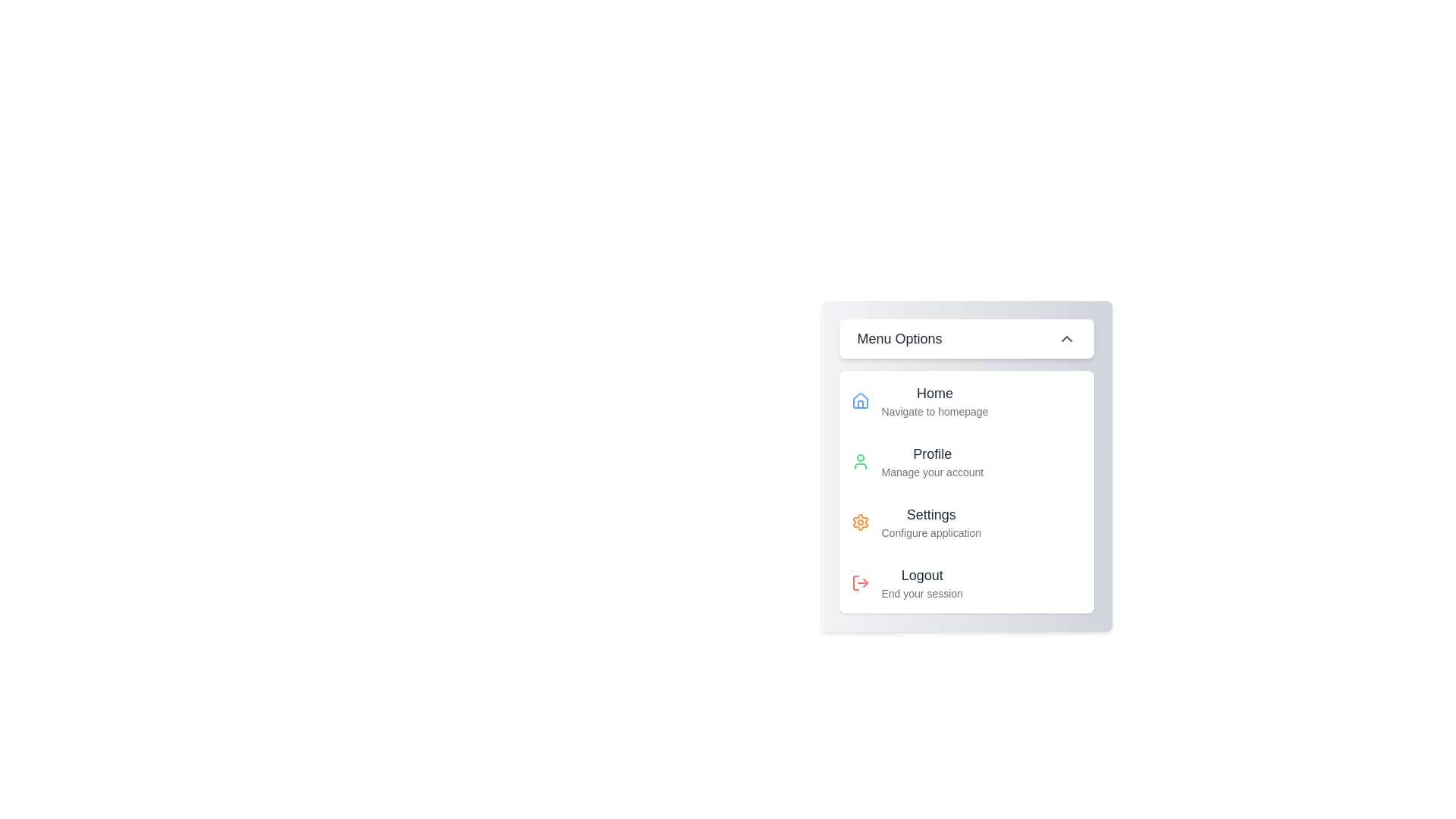 Image resolution: width=1456 pixels, height=819 pixels. Describe the element at coordinates (934, 412) in the screenshot. I see `the static label providing additional context or guidance about the 'Home' option, located under the 'Menu Options' header` at that location.